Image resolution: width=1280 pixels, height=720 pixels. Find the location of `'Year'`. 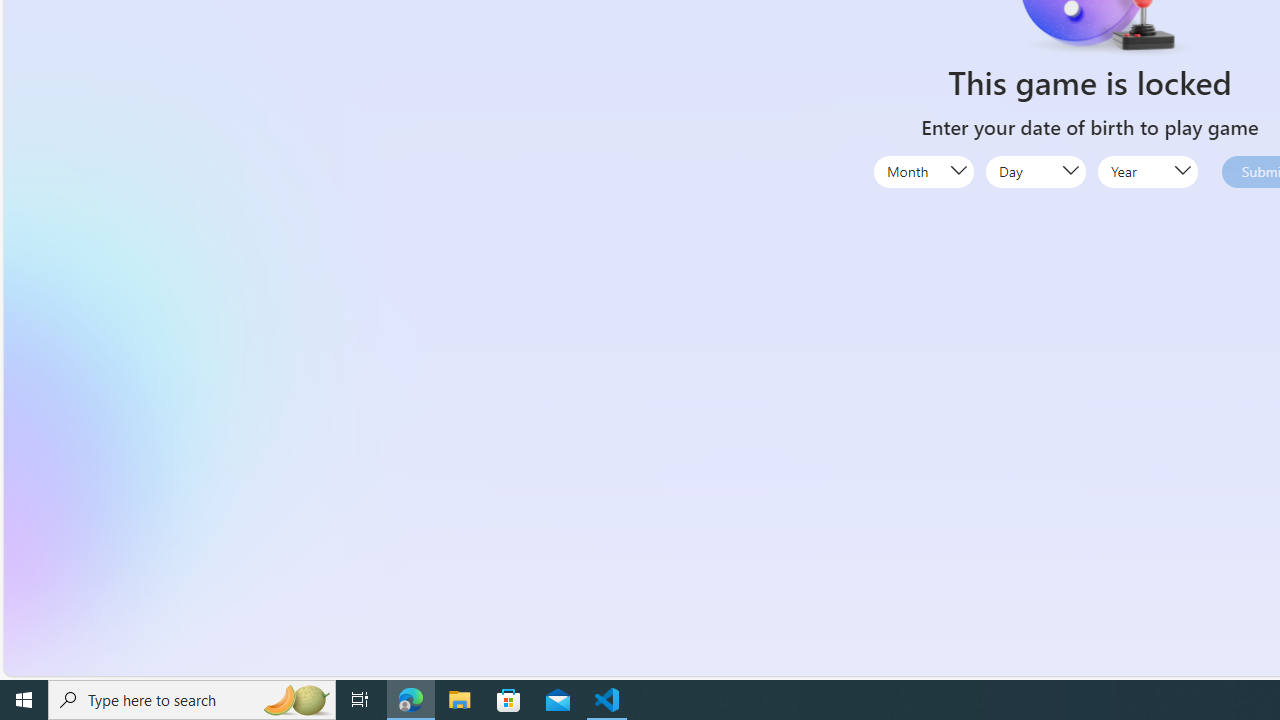

'Year' is located at coordinates (1148, 170).